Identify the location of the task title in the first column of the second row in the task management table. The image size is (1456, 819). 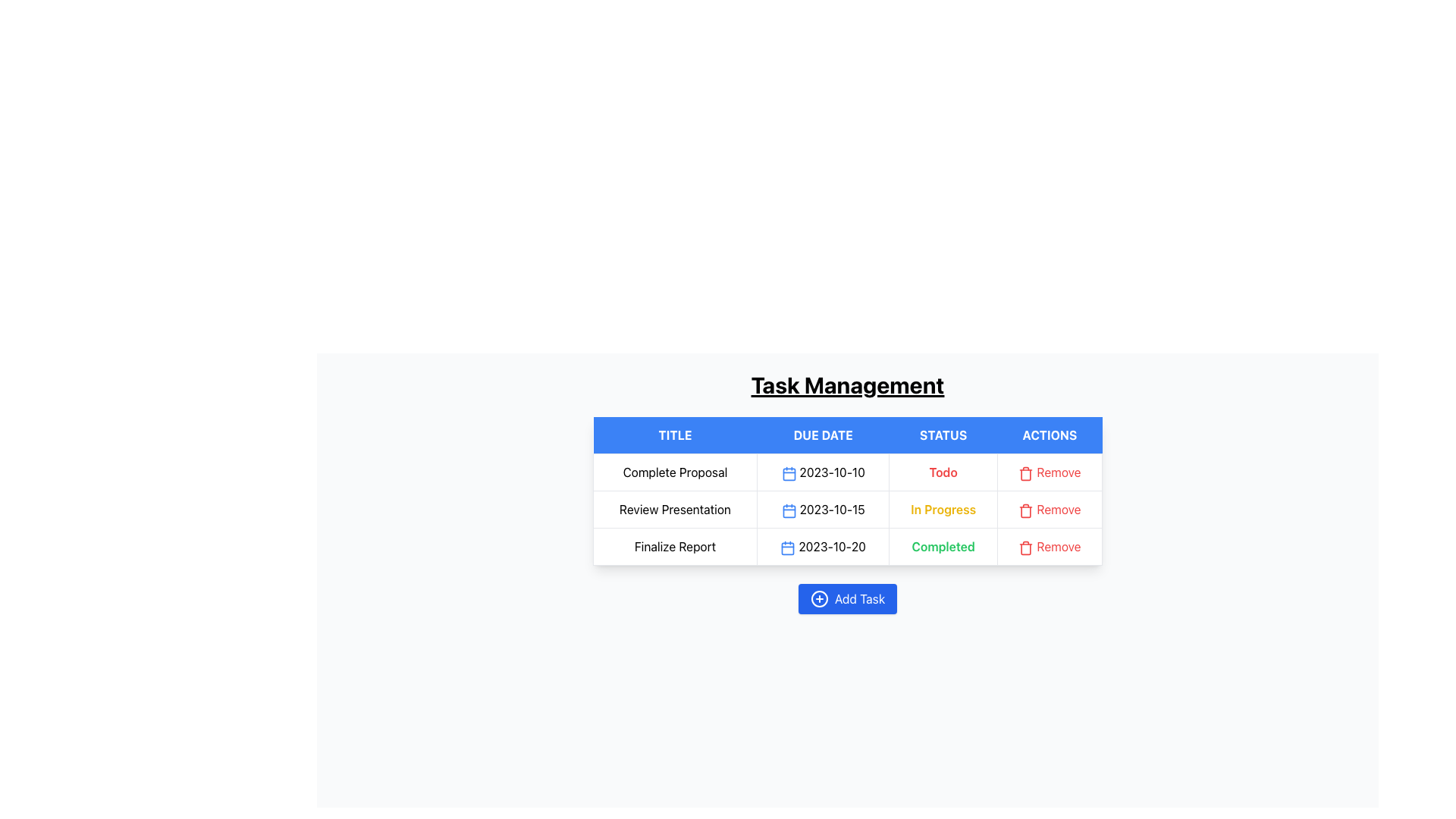
(674, 509).